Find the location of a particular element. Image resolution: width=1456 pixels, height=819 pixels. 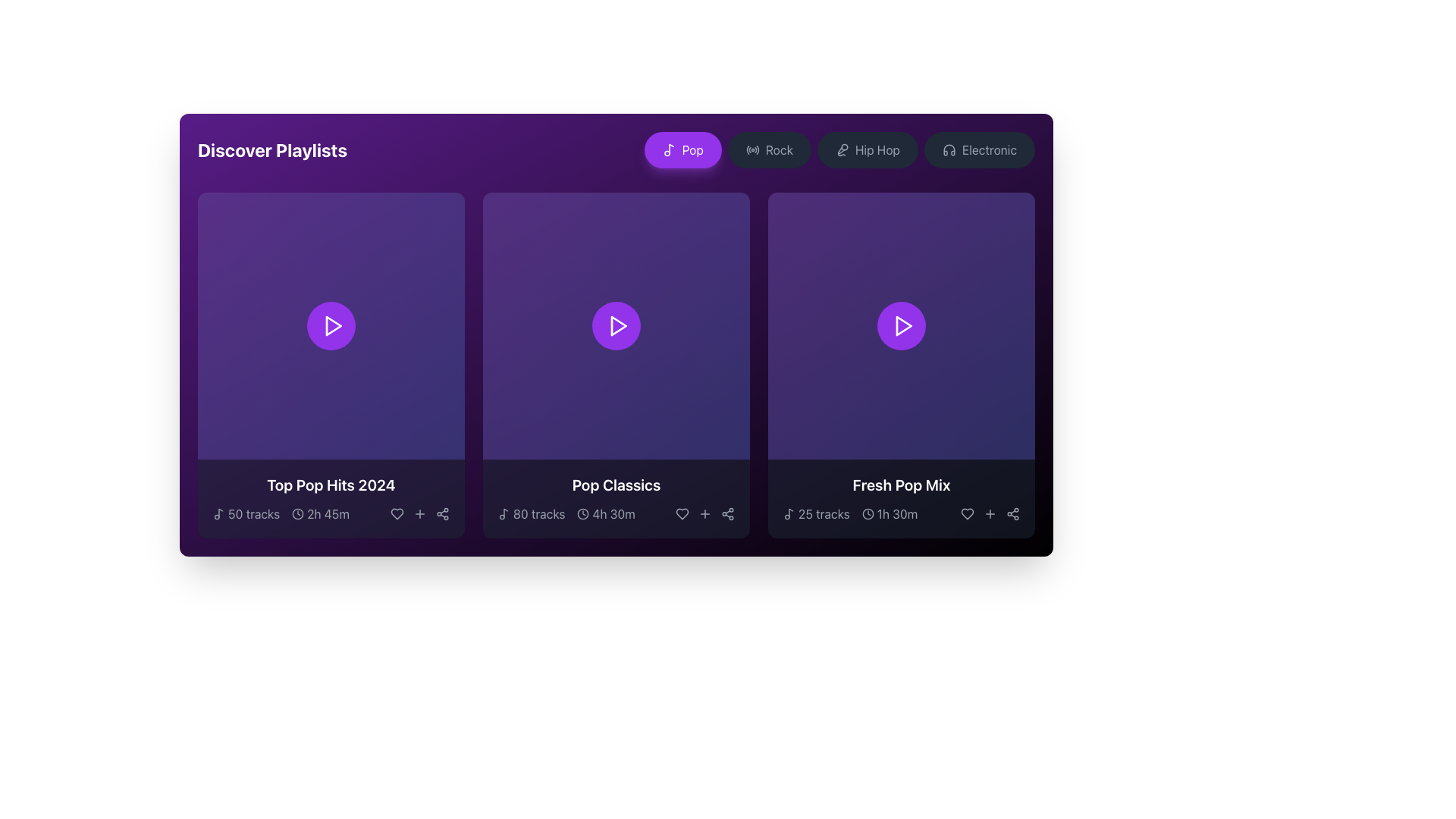

the heart-shaped button with a dark theme located at the bottom of the 'Fresh Pop Mix' playlist card is located at coordinates (967, 513).